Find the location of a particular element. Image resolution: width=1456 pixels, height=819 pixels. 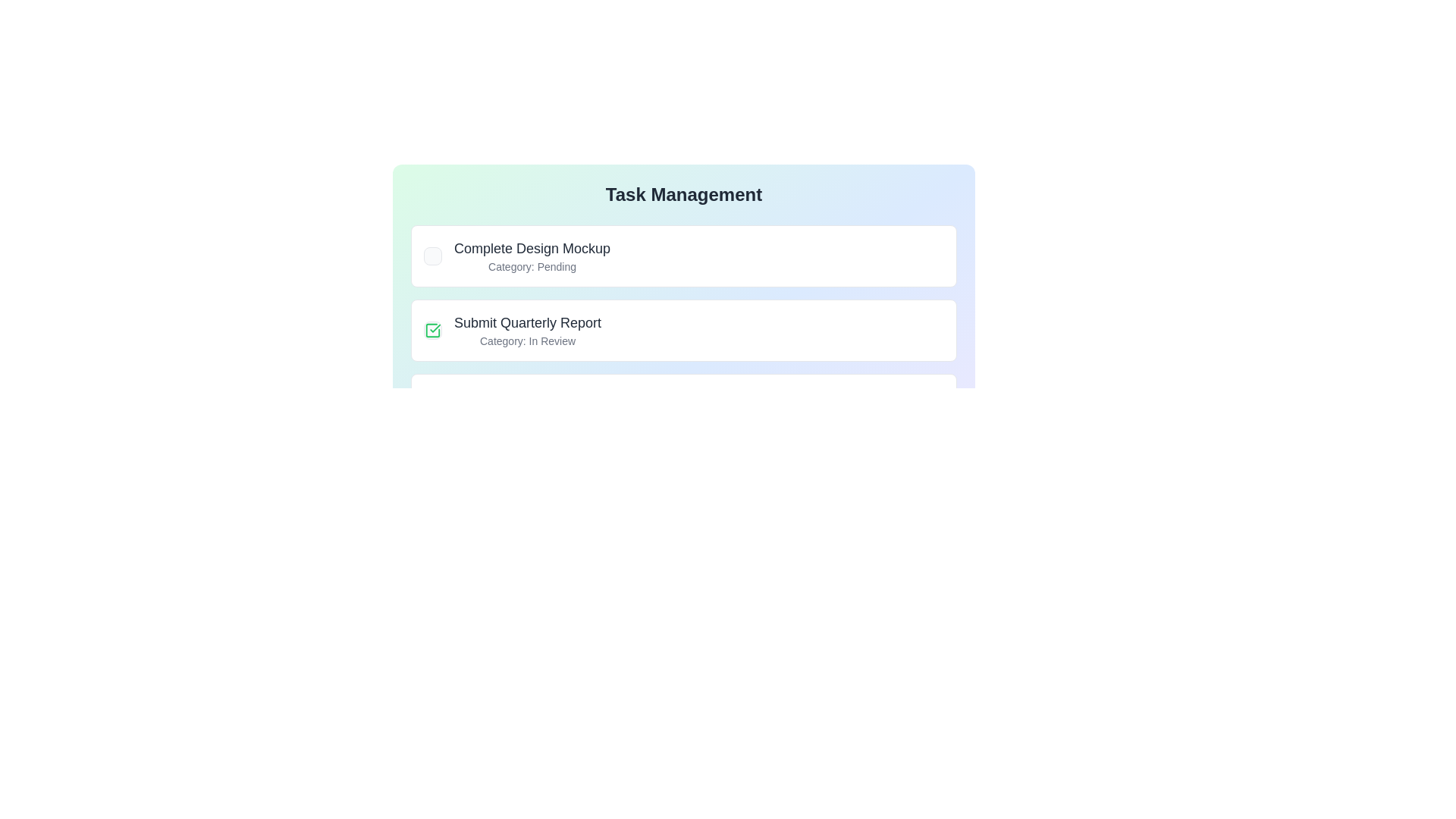

text of the task title label located within the task management interface, specifically positioned below the checkbox and above the category label in the second task card is located at coordinates (528, 322).